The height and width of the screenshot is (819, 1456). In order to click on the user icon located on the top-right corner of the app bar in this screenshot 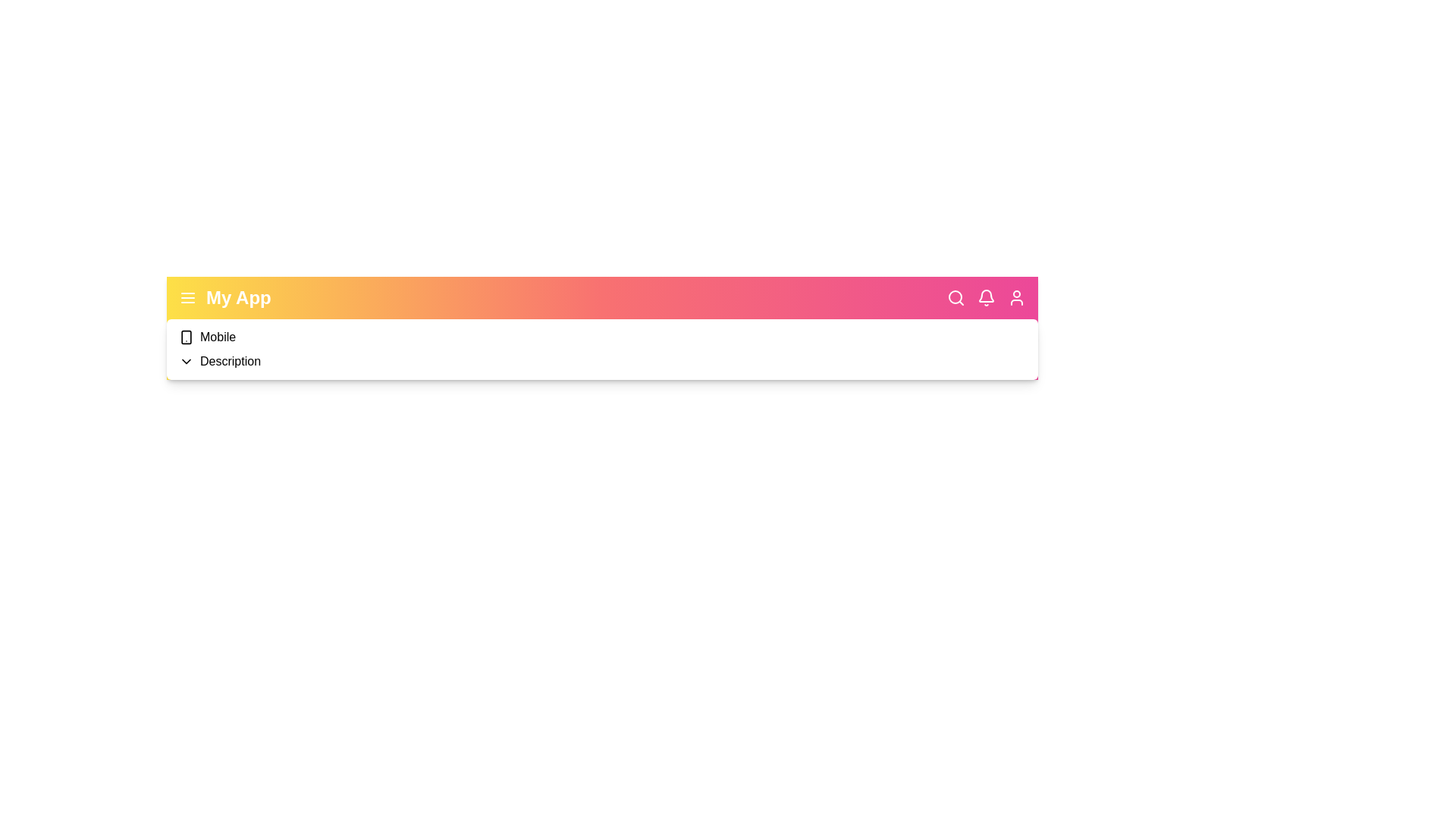, I will do `click(1016, 298)`.